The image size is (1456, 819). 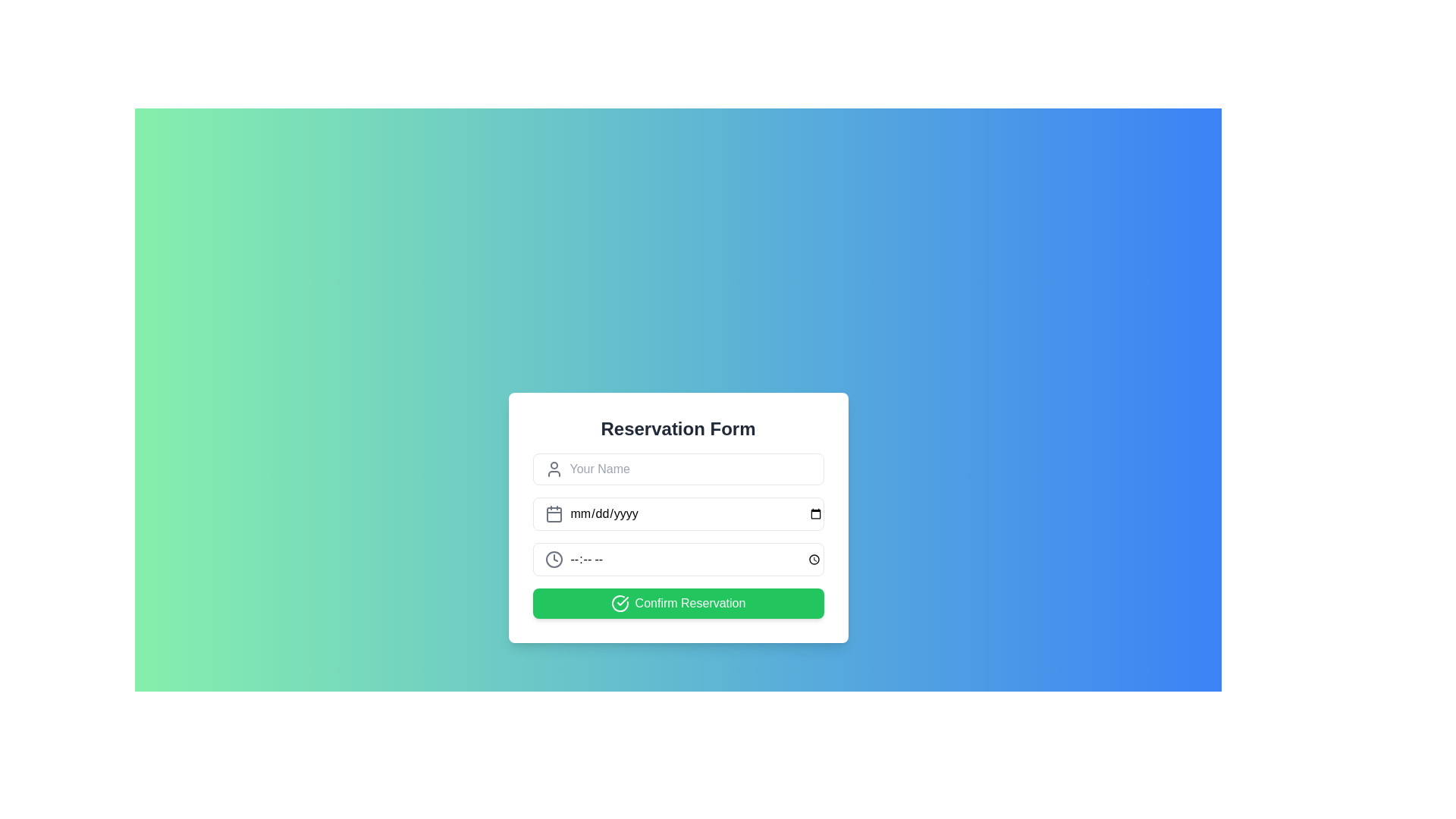 What do you see at coordinates (677, 513) in the screenshot?
I see `the date input field in the 'Reservation Form'` at bounding box center [677, 513].